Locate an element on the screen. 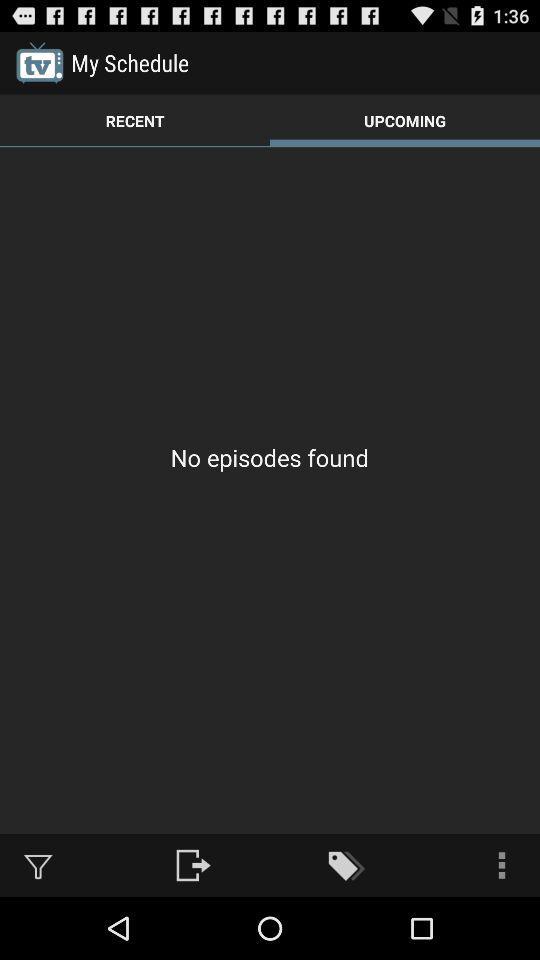 This screenshot has height=960, width=540. the icon to the left of the upcoming icon is located at coordinates (135, 120).